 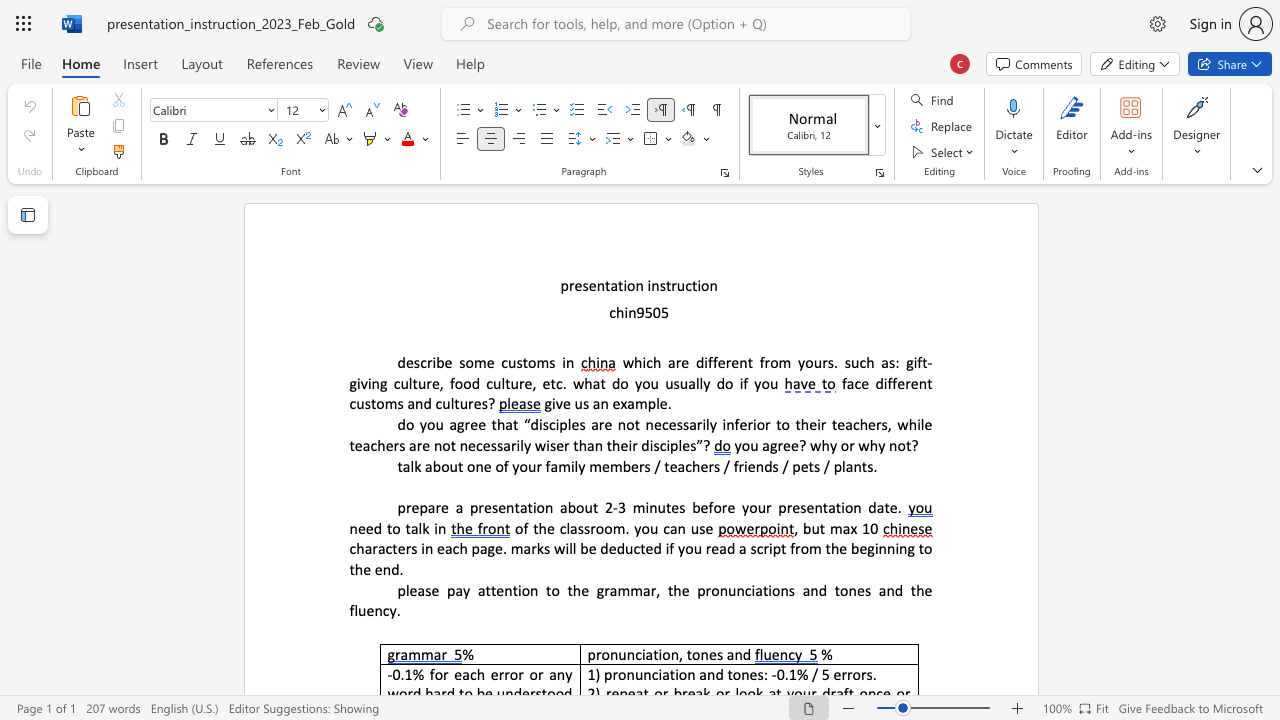 What do you see at coordinates (480, 362) in the screenshot?
I see `the 1th character "m" in the text` at bounding box center [480, 362].